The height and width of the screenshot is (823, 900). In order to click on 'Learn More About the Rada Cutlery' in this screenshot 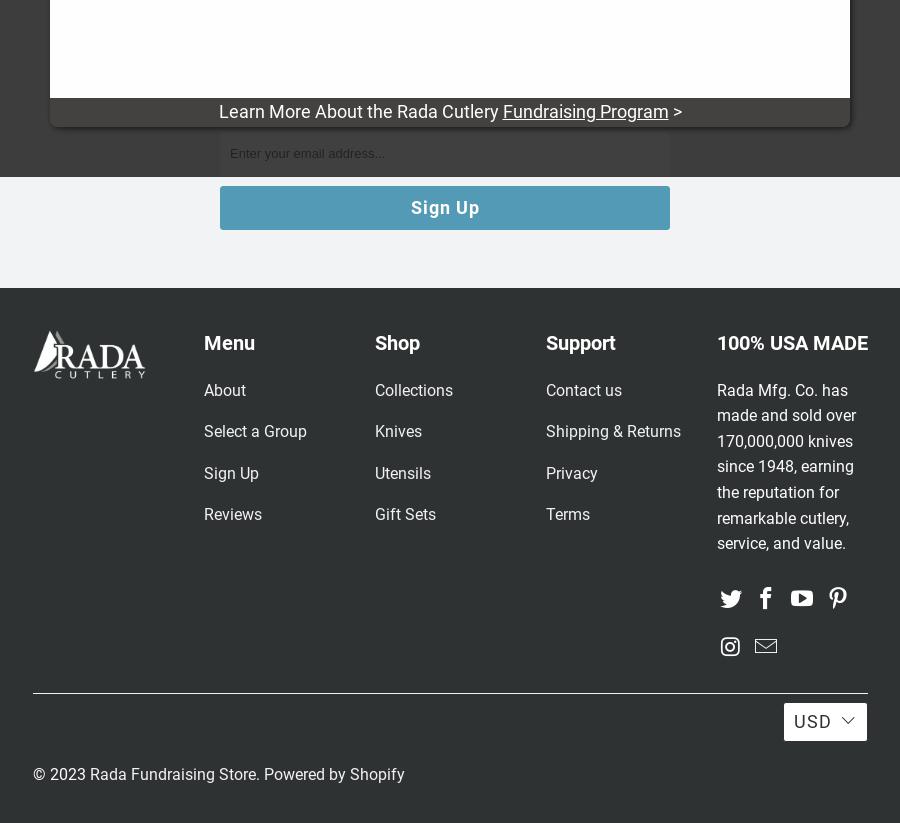, I will do `click(360, 110)`.